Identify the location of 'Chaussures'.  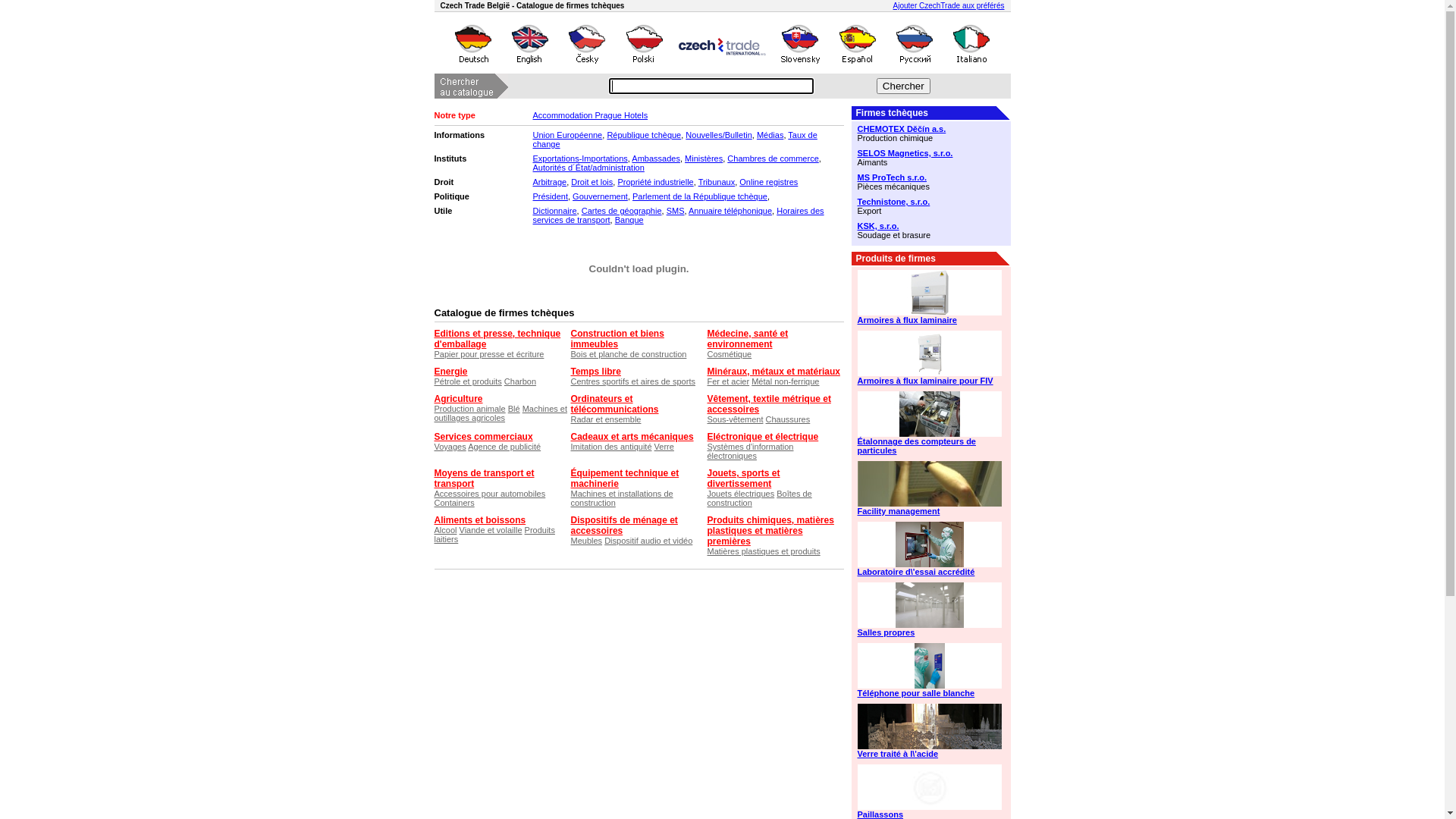
(788, 419).